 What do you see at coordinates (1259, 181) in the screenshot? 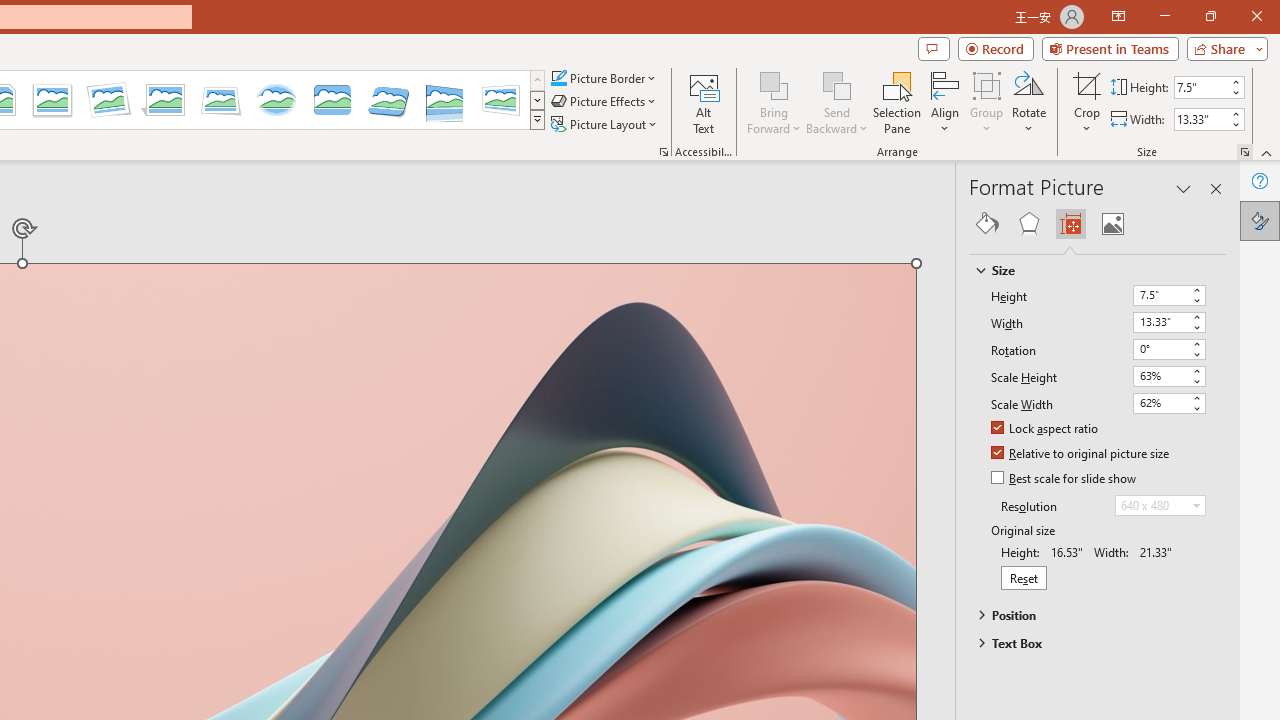
I see `'Help'` at bounding box center [1259, 181].